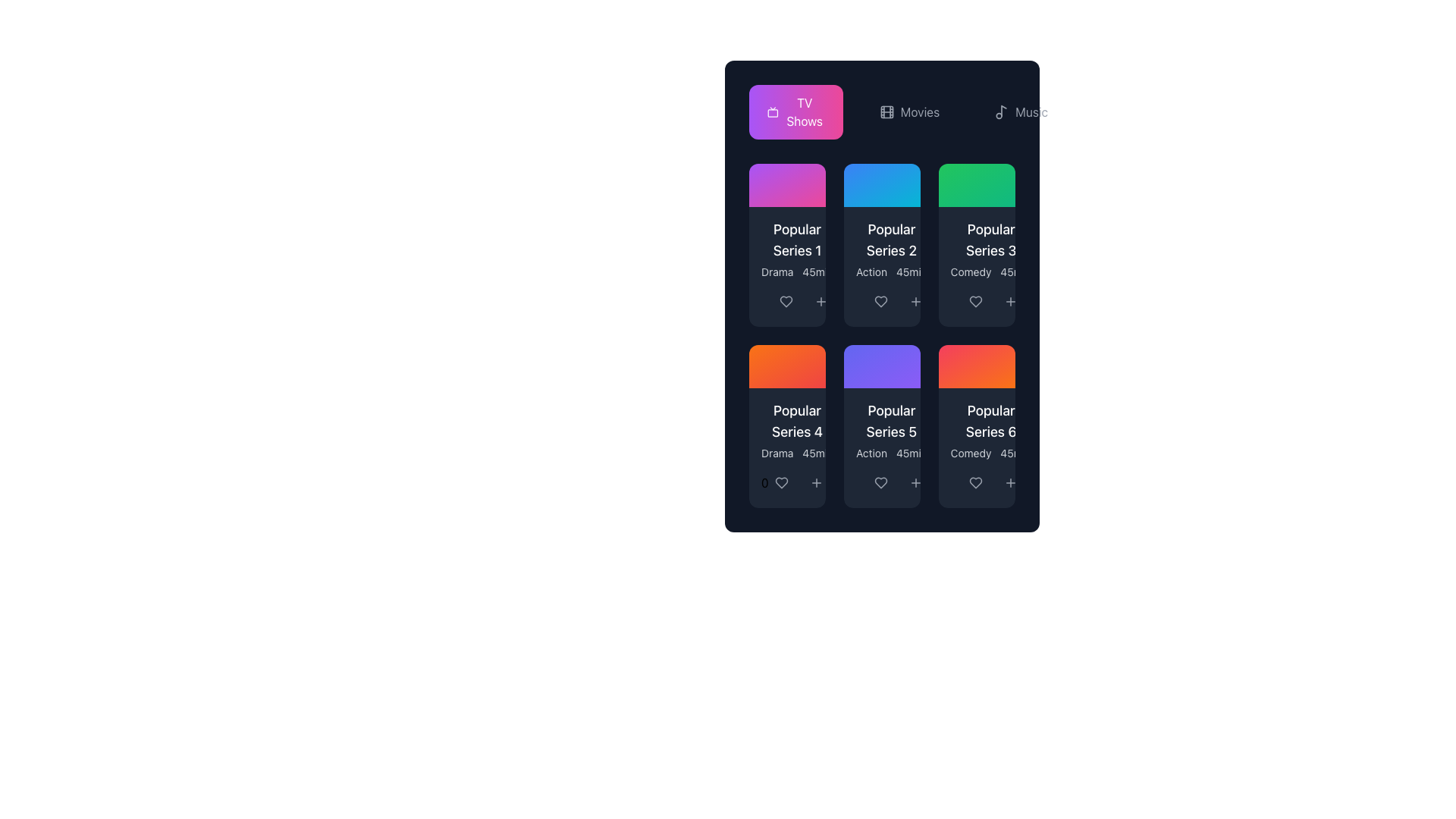 The height and width of the screenshot is (819, 1456). I want to click on the plus icon on the series card located in the second column of the first row of the grid layout, so click(882, 265).